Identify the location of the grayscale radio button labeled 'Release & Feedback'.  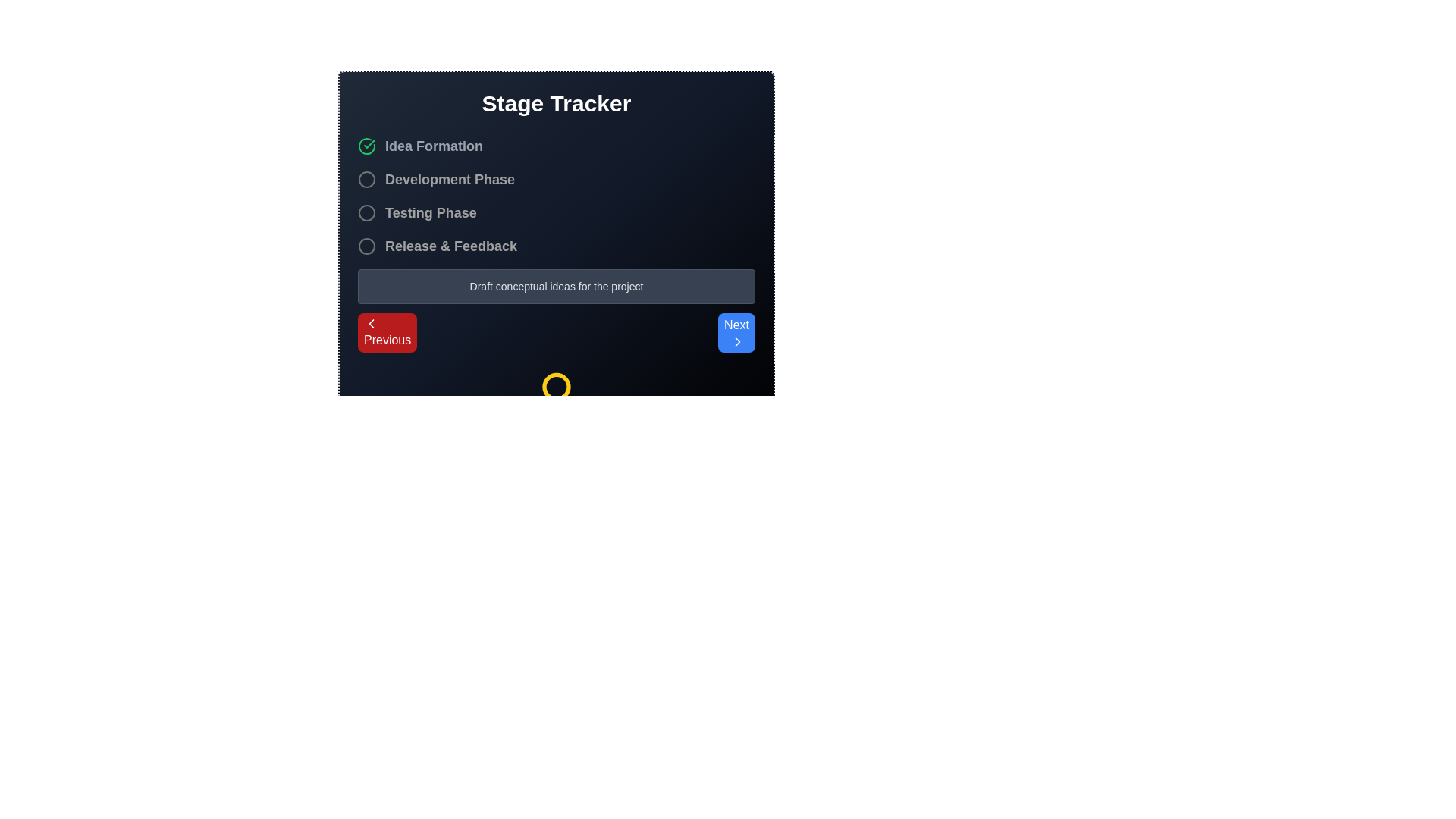
(556, 245).